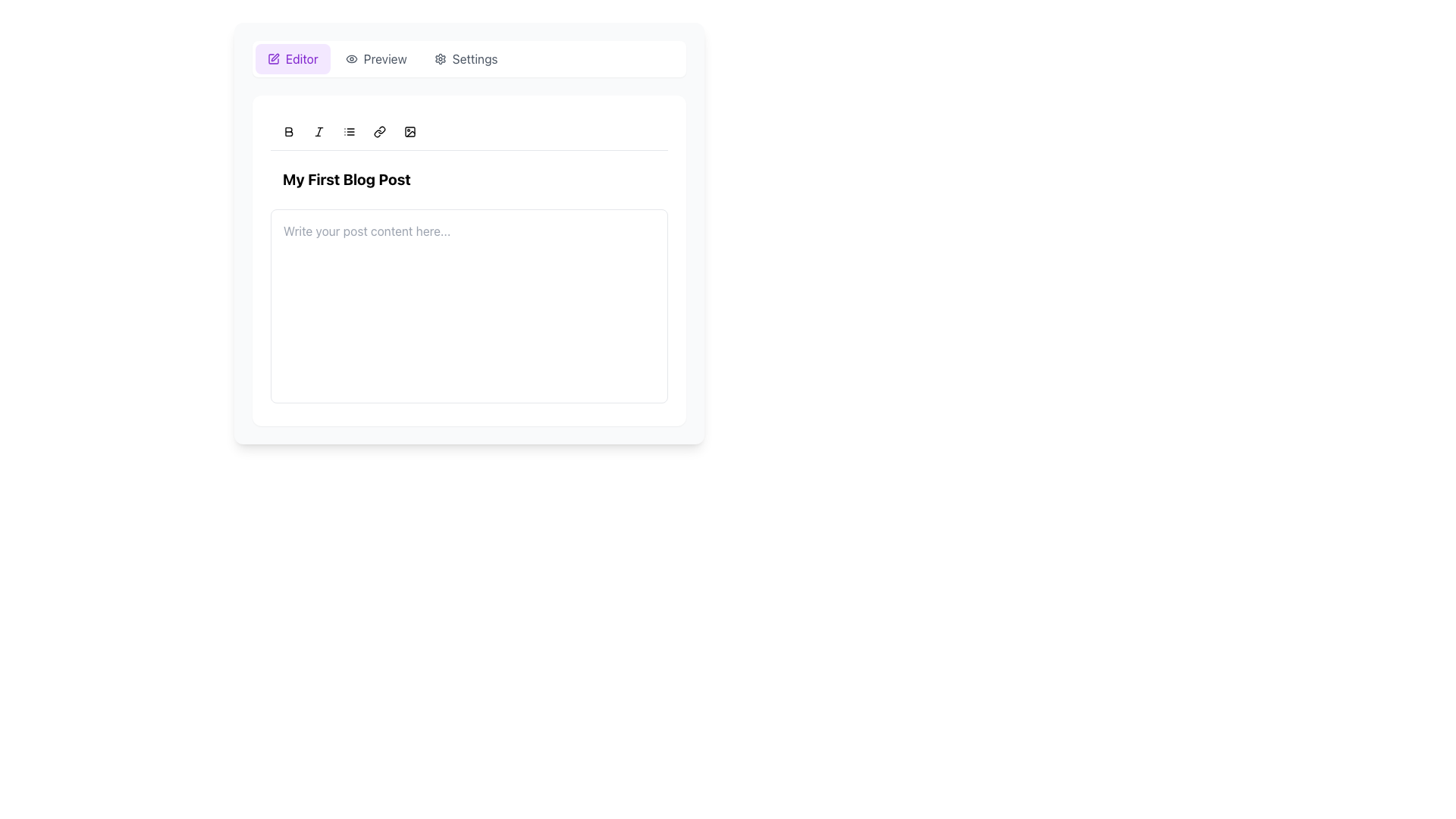 The image size is (1456, 819). What do you see at coordinates (293, 58) in the screenshot?
I see `the 'Editor' button, which is a purple rounded rectangle with a pencil icon, located at the top-left of the interface` at bounding box center [293, 58].